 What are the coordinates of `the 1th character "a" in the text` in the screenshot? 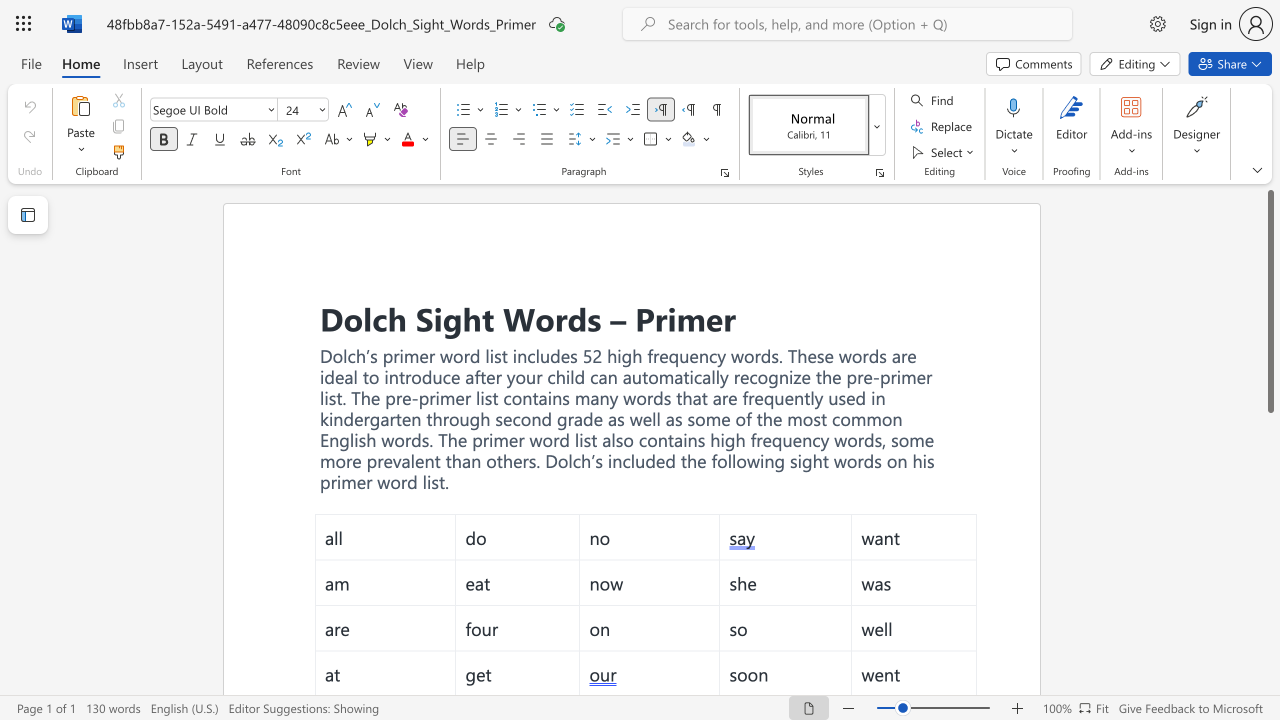 It's located at (593, 397).